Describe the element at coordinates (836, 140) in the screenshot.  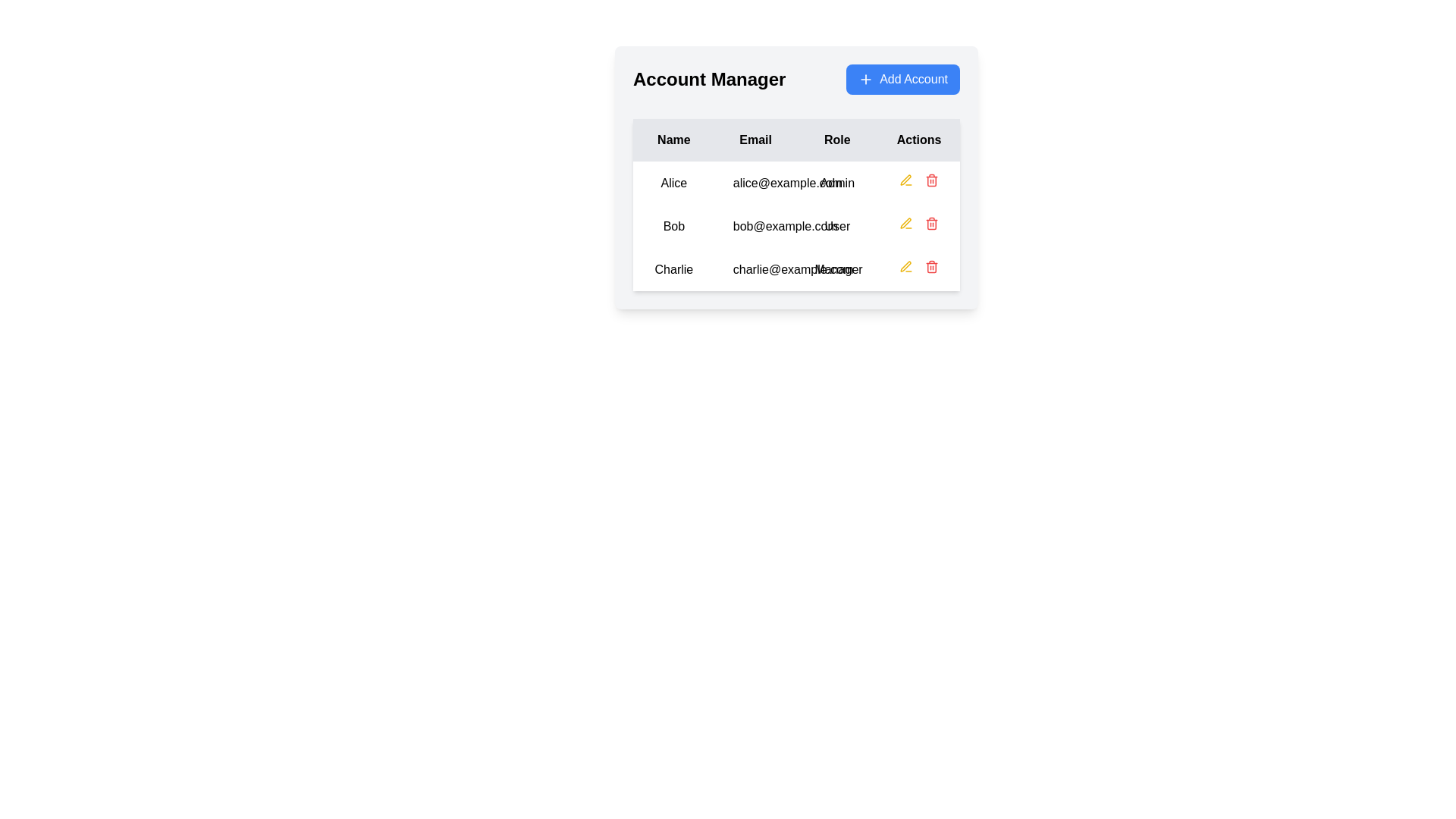
I see `the text label element that reads 'Role', which is styled in bold and centered in the header section of a data table` at that location.